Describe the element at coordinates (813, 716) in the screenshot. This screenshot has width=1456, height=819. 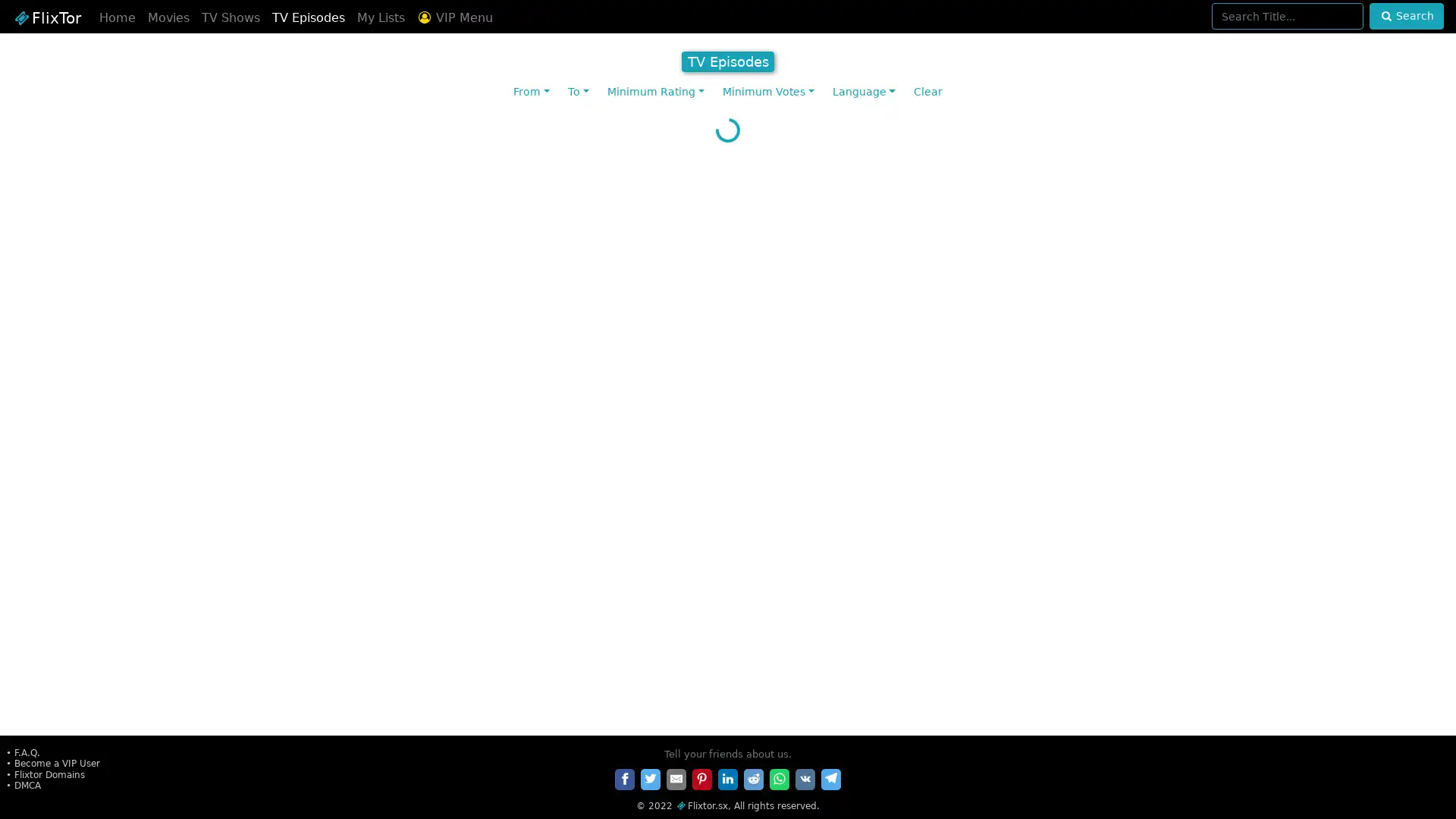
I see `Watch Now` at that location.